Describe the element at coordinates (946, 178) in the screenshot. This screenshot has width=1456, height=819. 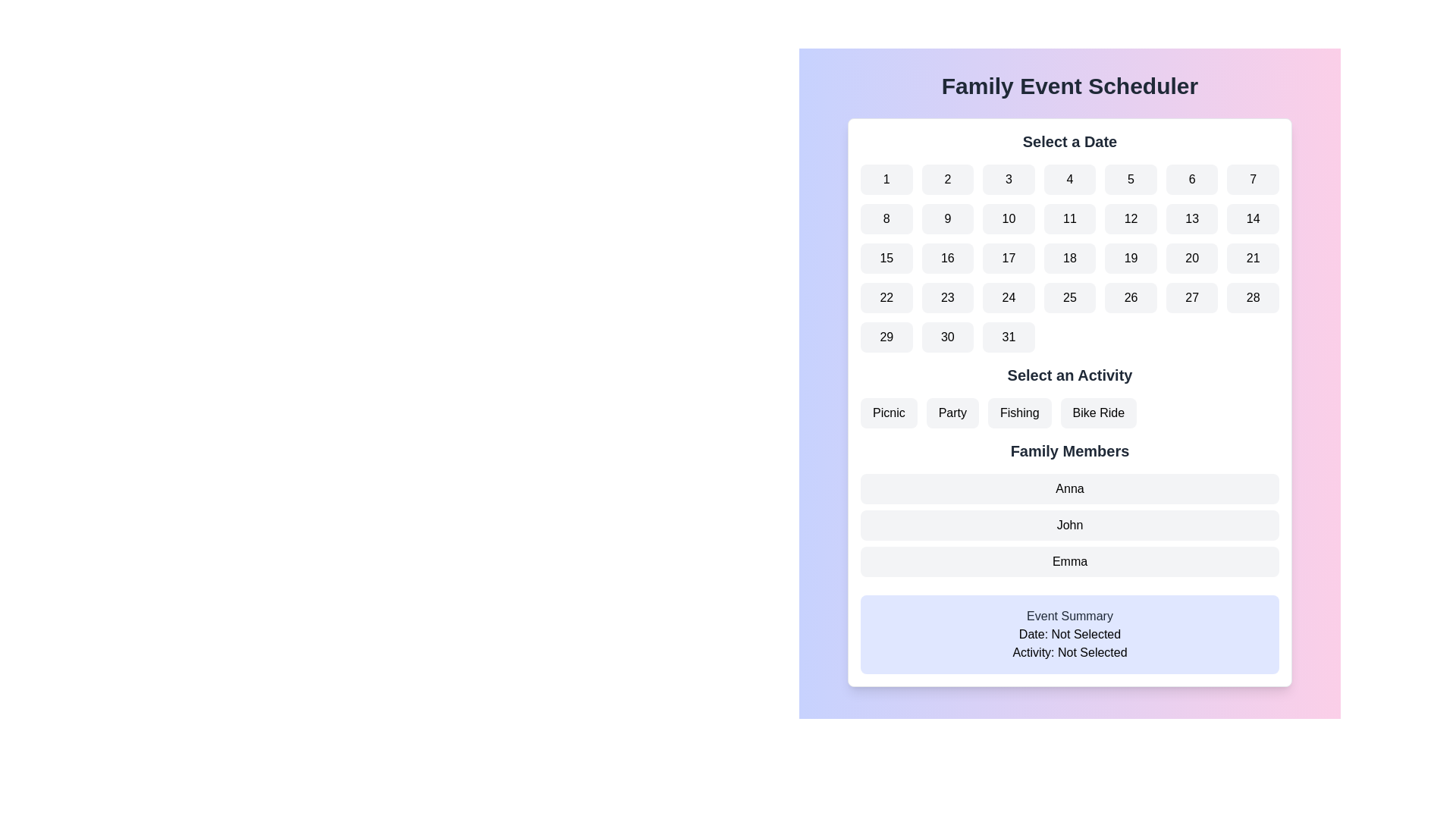
I see `the square button labeled '2' with a lightly rounded border, located in the first row and second column of the calendar grid layout` at that location.